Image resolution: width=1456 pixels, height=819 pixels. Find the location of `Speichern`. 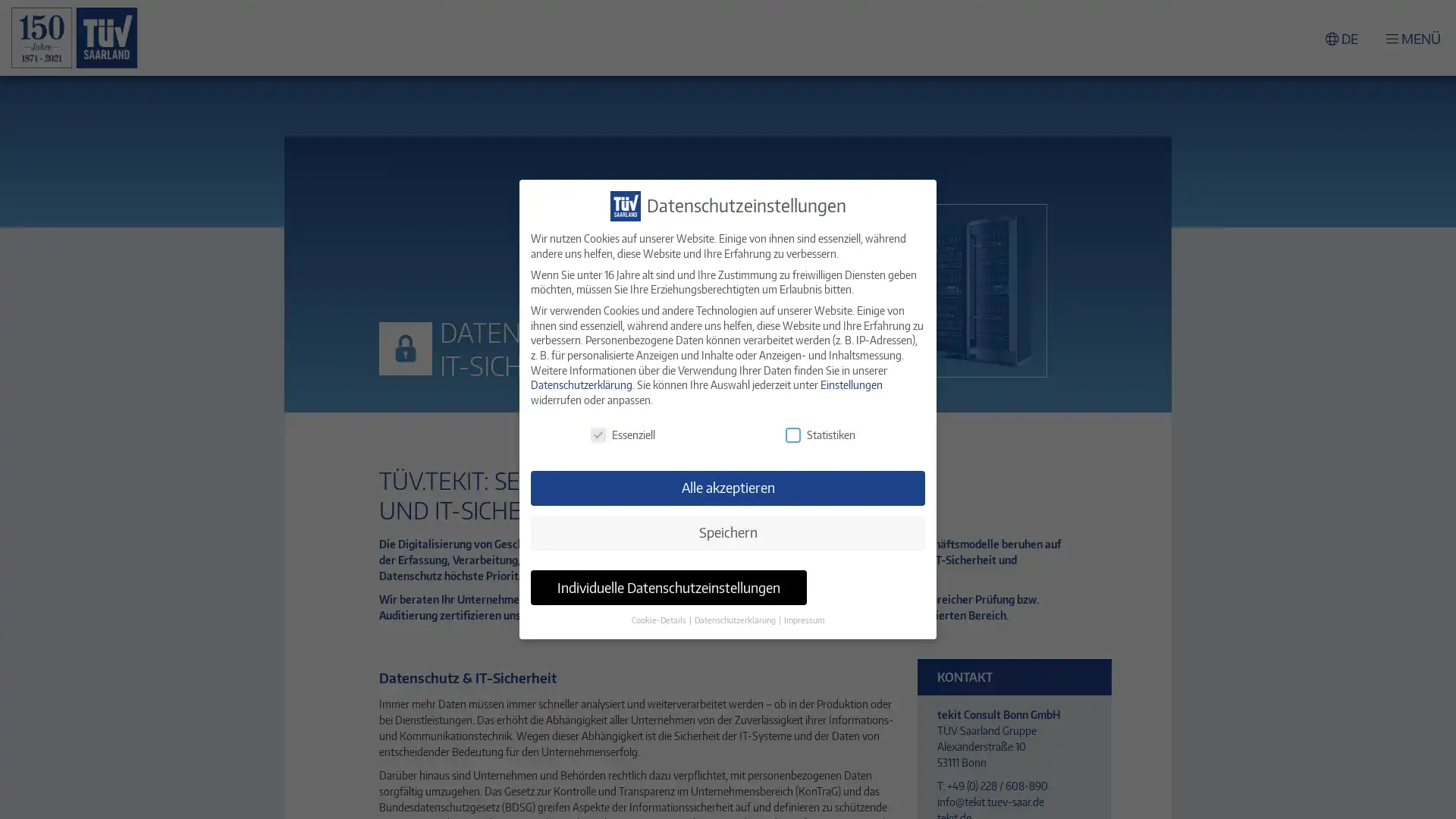

Speichern is located at coordinates (728, 532).